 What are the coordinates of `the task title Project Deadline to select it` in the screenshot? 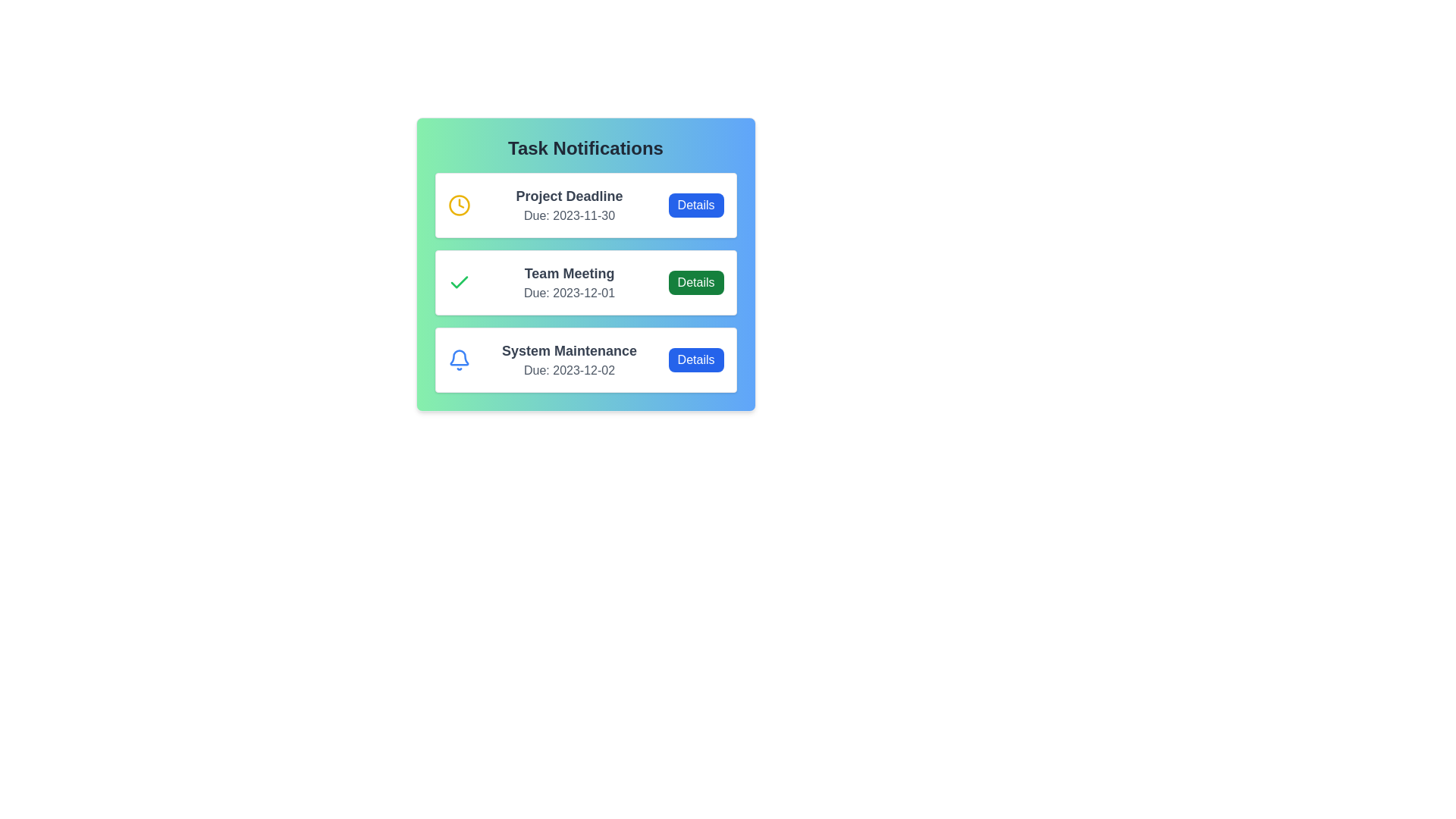 It's located at (569, 195).